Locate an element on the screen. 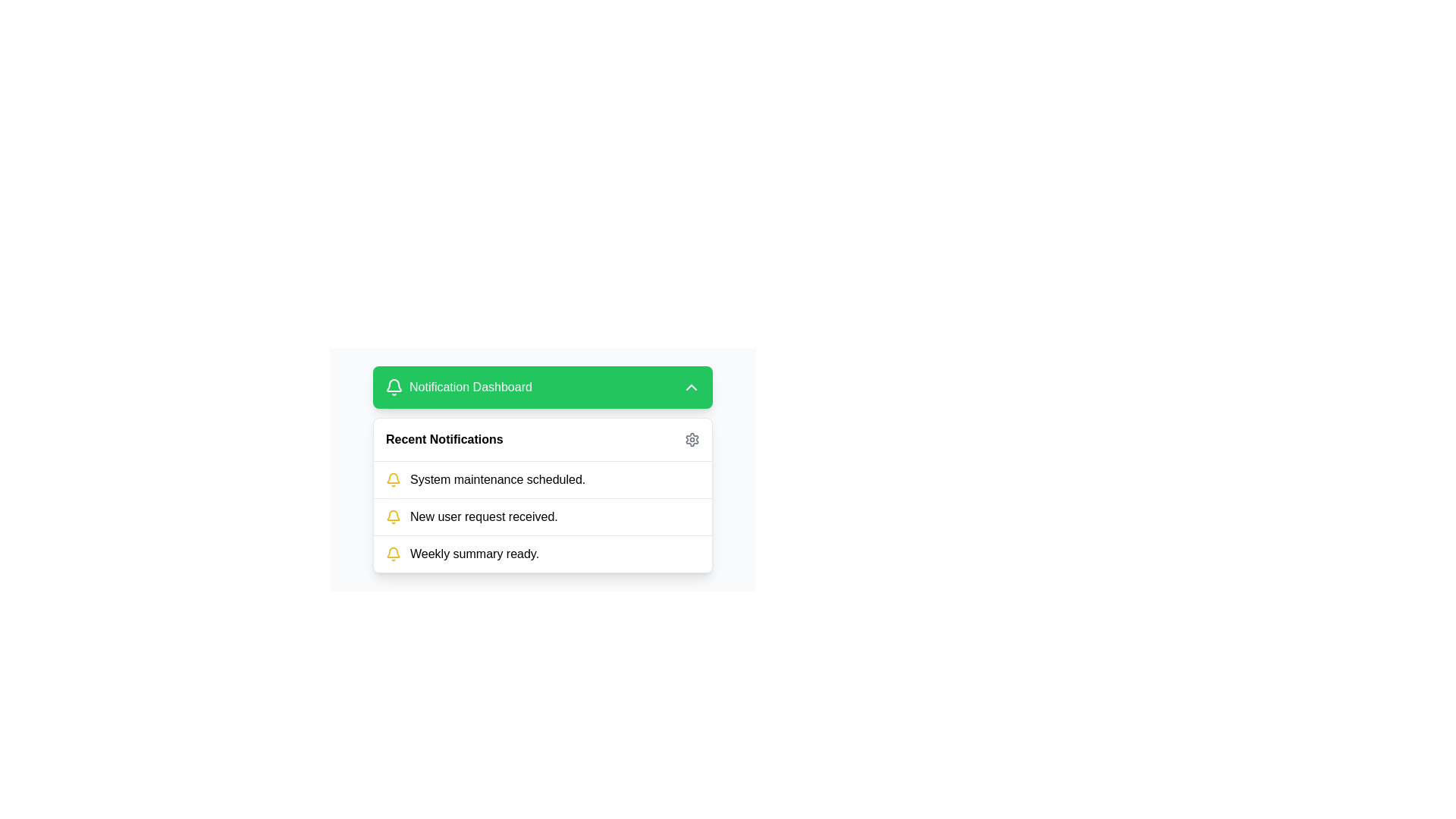 This screenshot has width=1456, height=819. the notification icon located to the left of the text 'Weekly summary ready' is located at coordinates (393, 554).